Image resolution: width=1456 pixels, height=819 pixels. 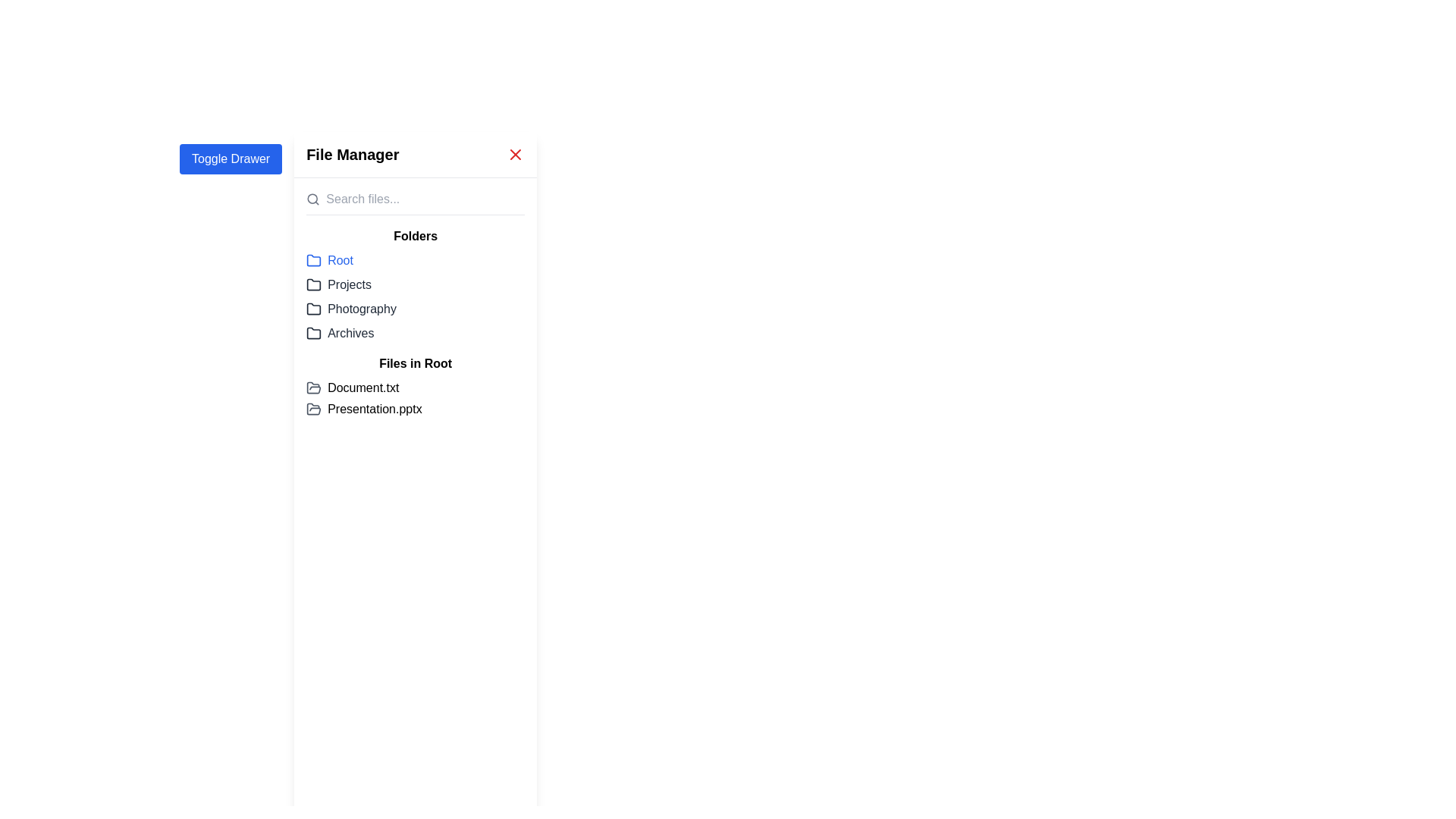 I want to click on the 'Archives' label styled in black font, which is the third item under the 'Folders' section in the navigational list, so click(x=350, y=332).